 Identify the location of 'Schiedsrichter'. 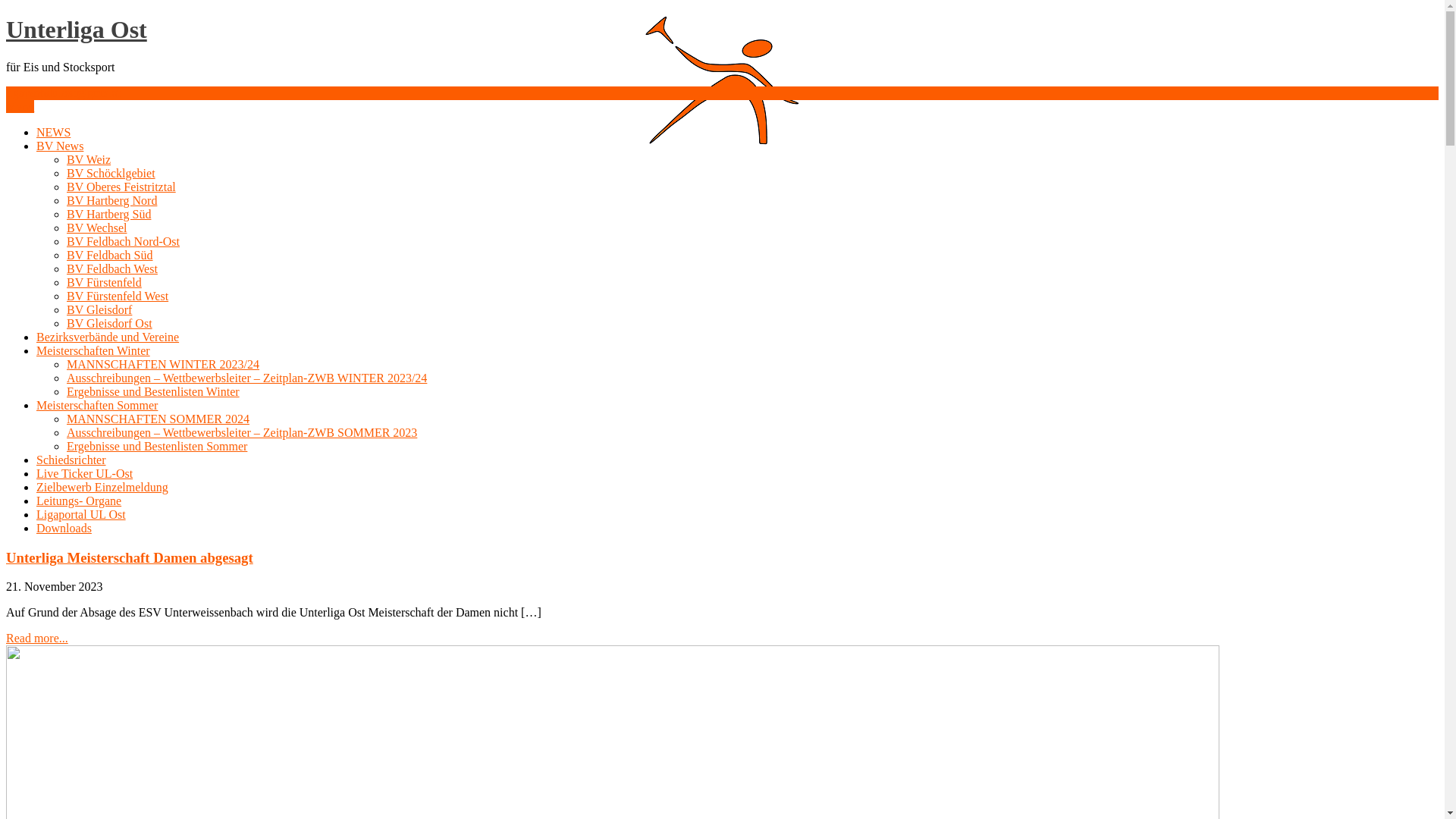
(71, 459).